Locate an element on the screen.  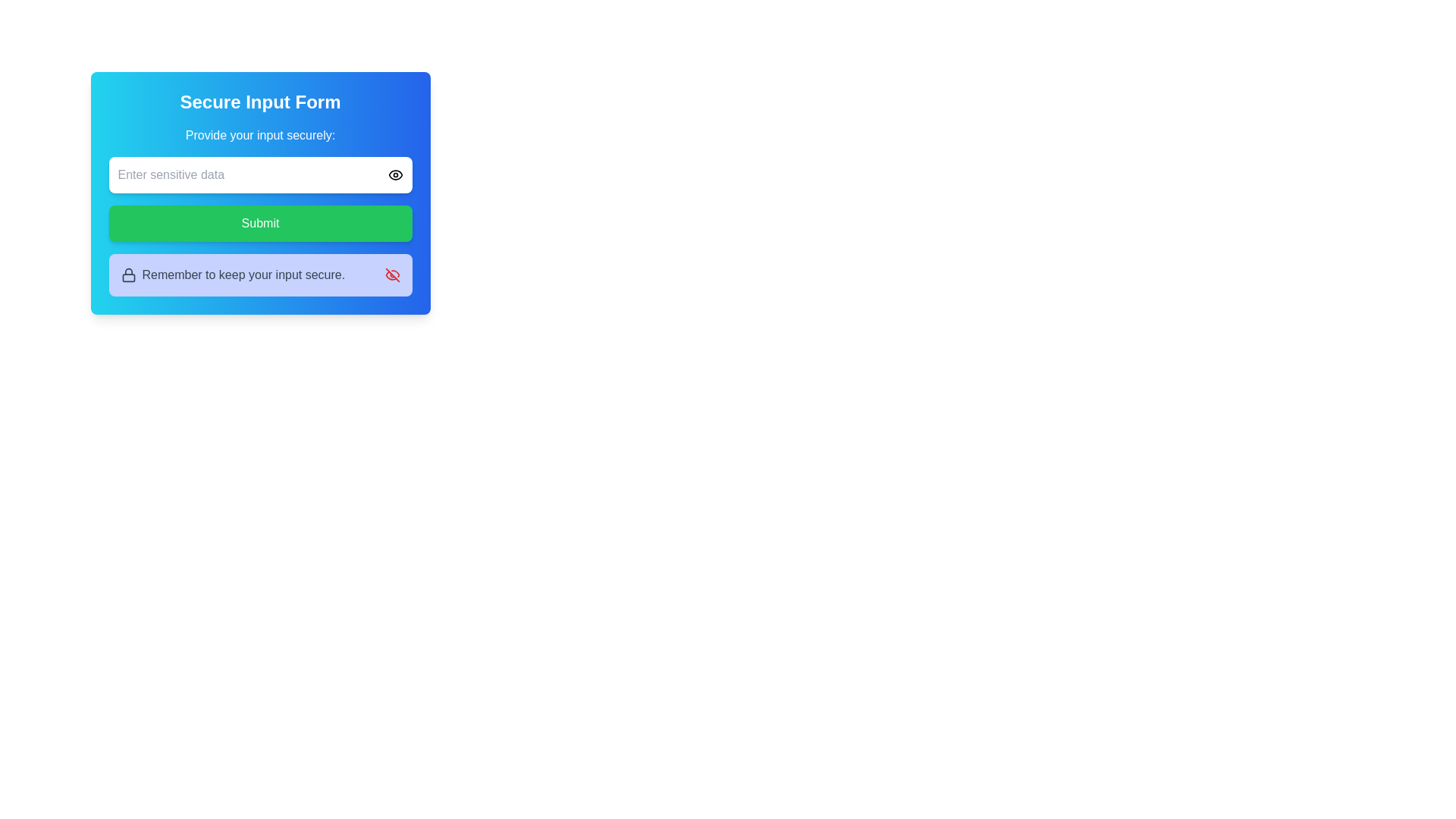
text label that instructs the user to 'Provide your input securely:' which is located below the heading 'Secure Input Form' and above the input field is located at coordinates (260, 134).